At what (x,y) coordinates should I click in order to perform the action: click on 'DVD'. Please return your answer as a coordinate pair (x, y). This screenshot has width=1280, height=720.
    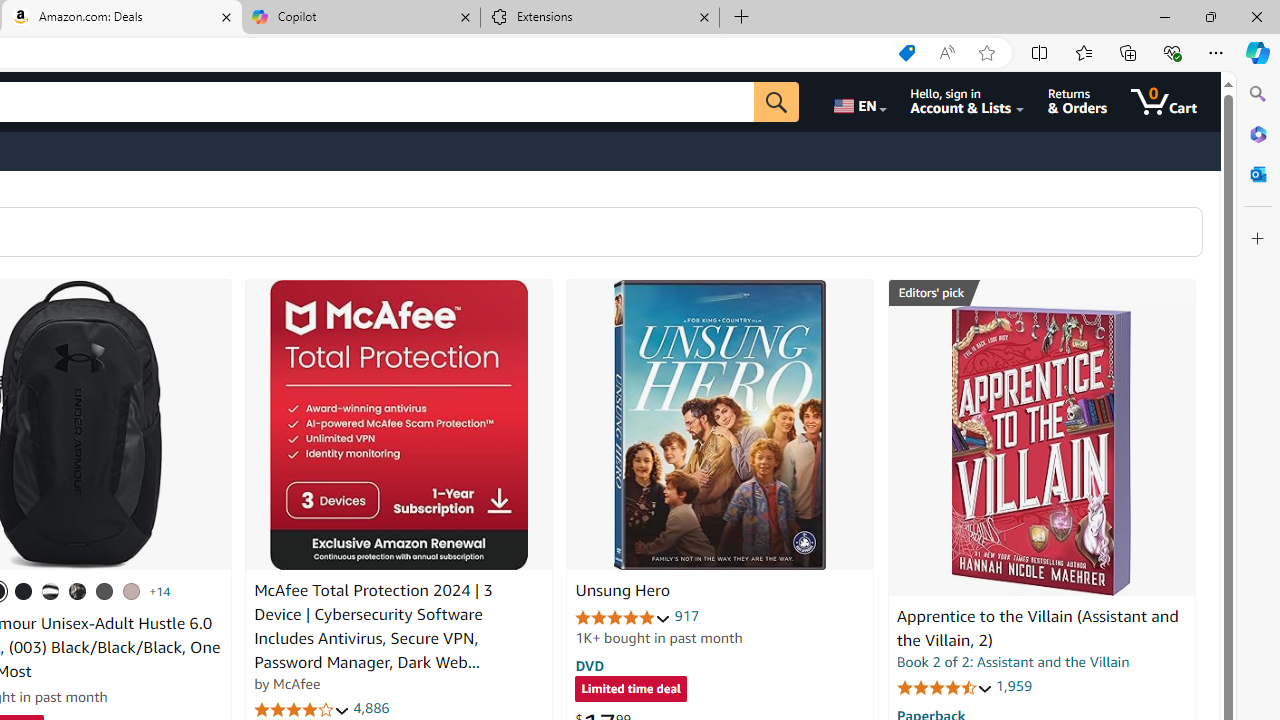
    Looking at the image, I should click on (589, 665).